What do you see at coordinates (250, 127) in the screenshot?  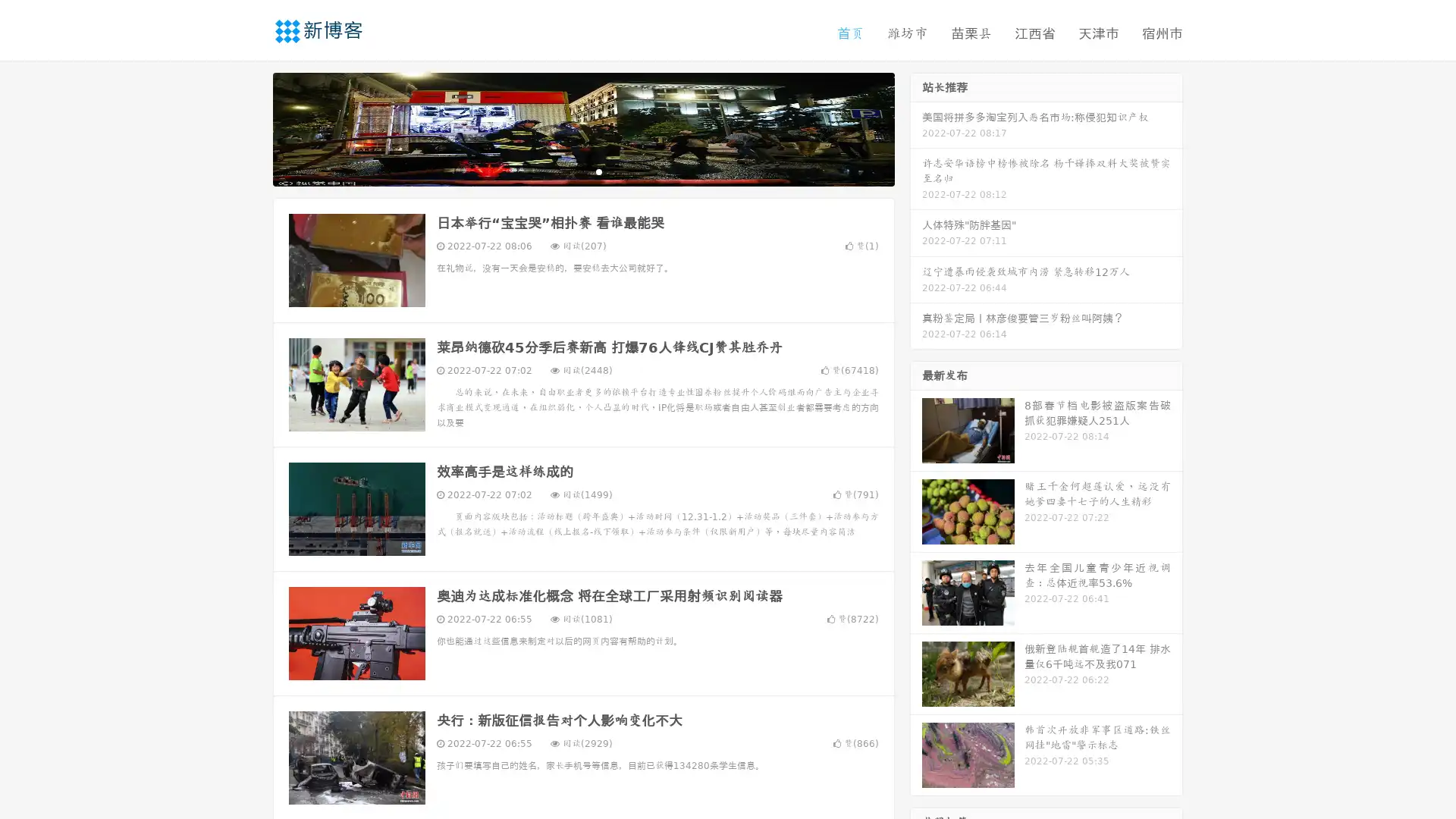 I see `Previous slide` at bounding box center [250, 127].